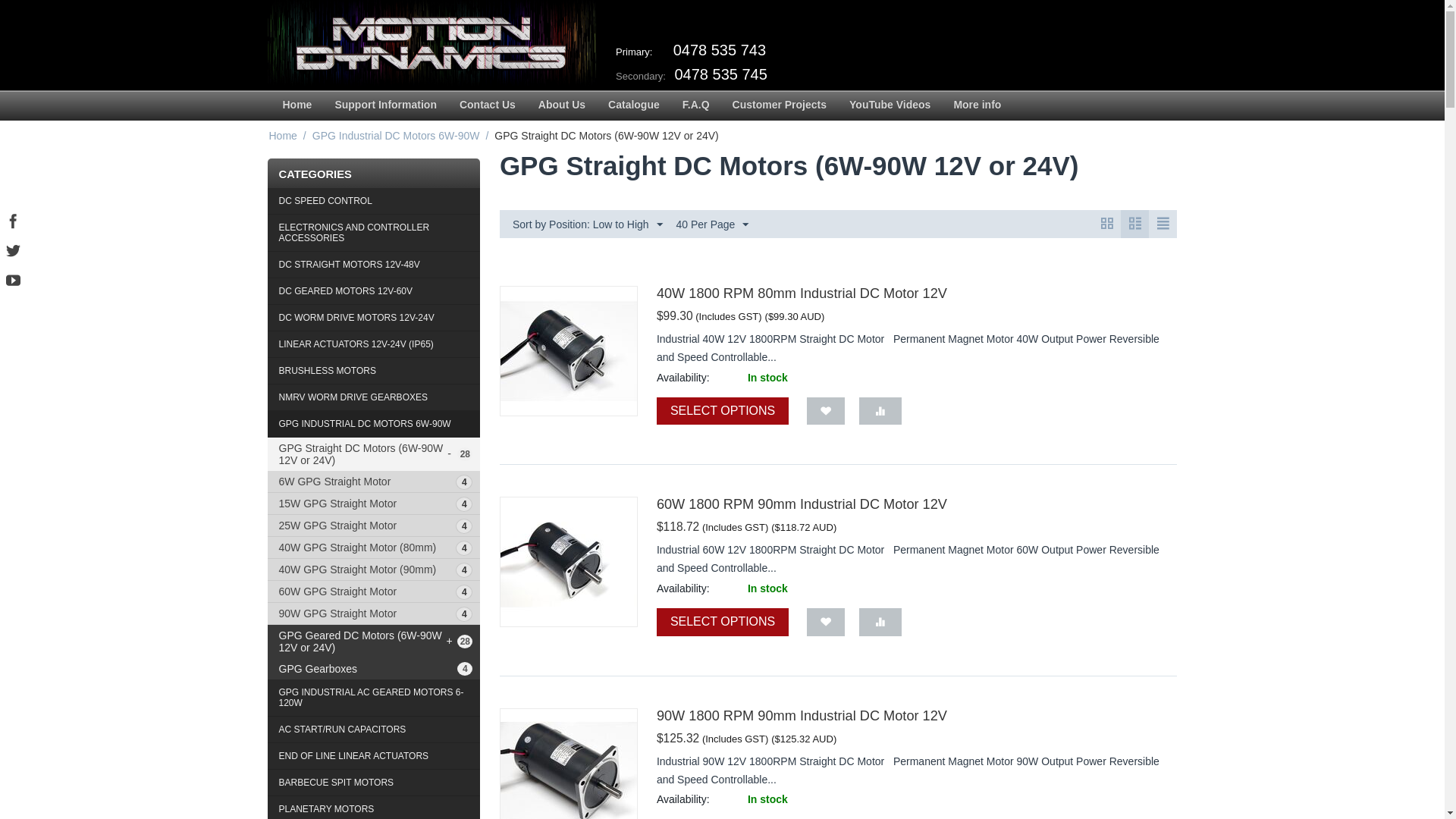 This screenshot has height=819, width=1456. I want to click on '6W GPG Straight Motor, so click(373, 482).